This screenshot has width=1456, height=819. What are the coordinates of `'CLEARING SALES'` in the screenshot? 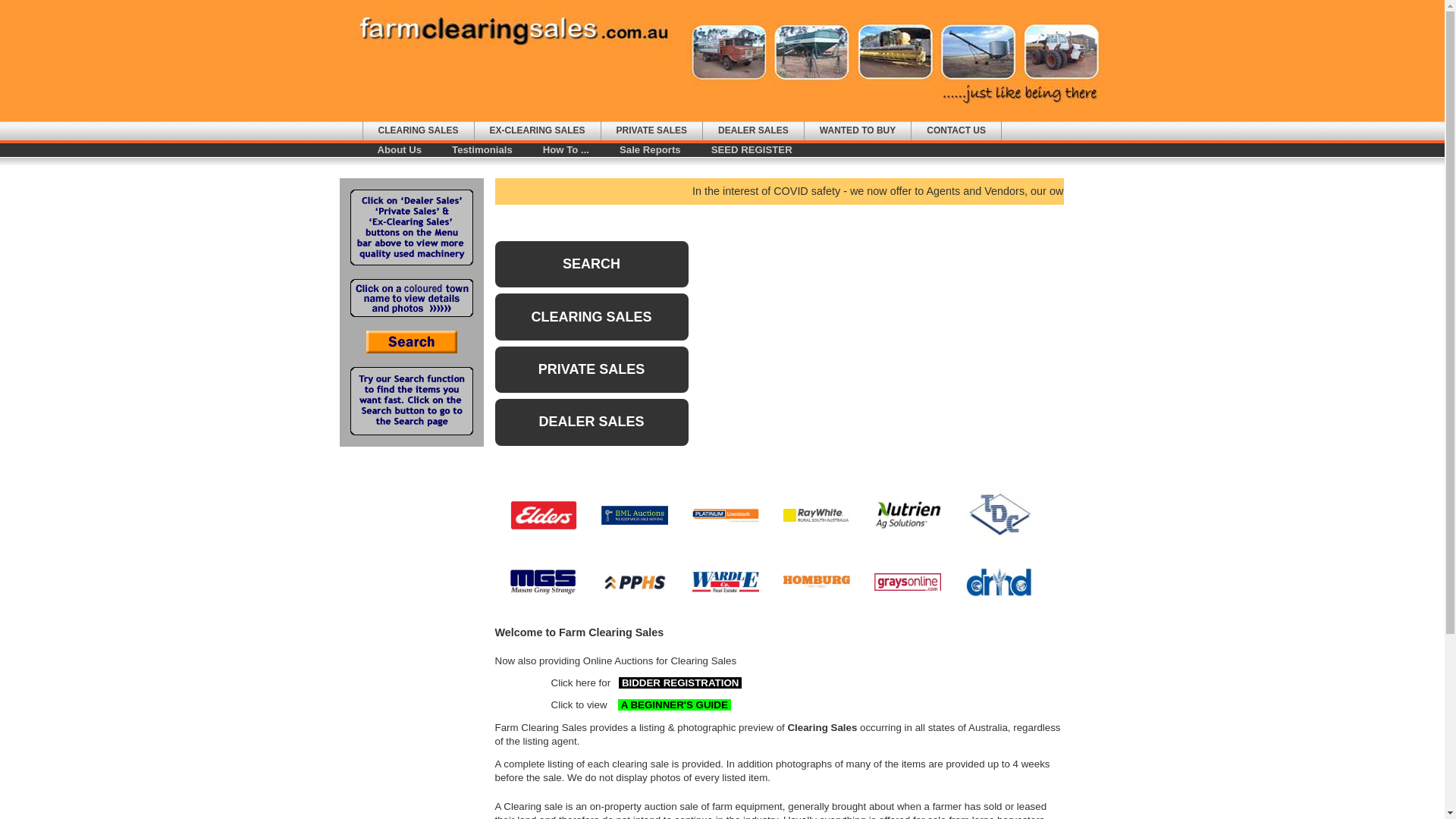 It's located at (418, 130).